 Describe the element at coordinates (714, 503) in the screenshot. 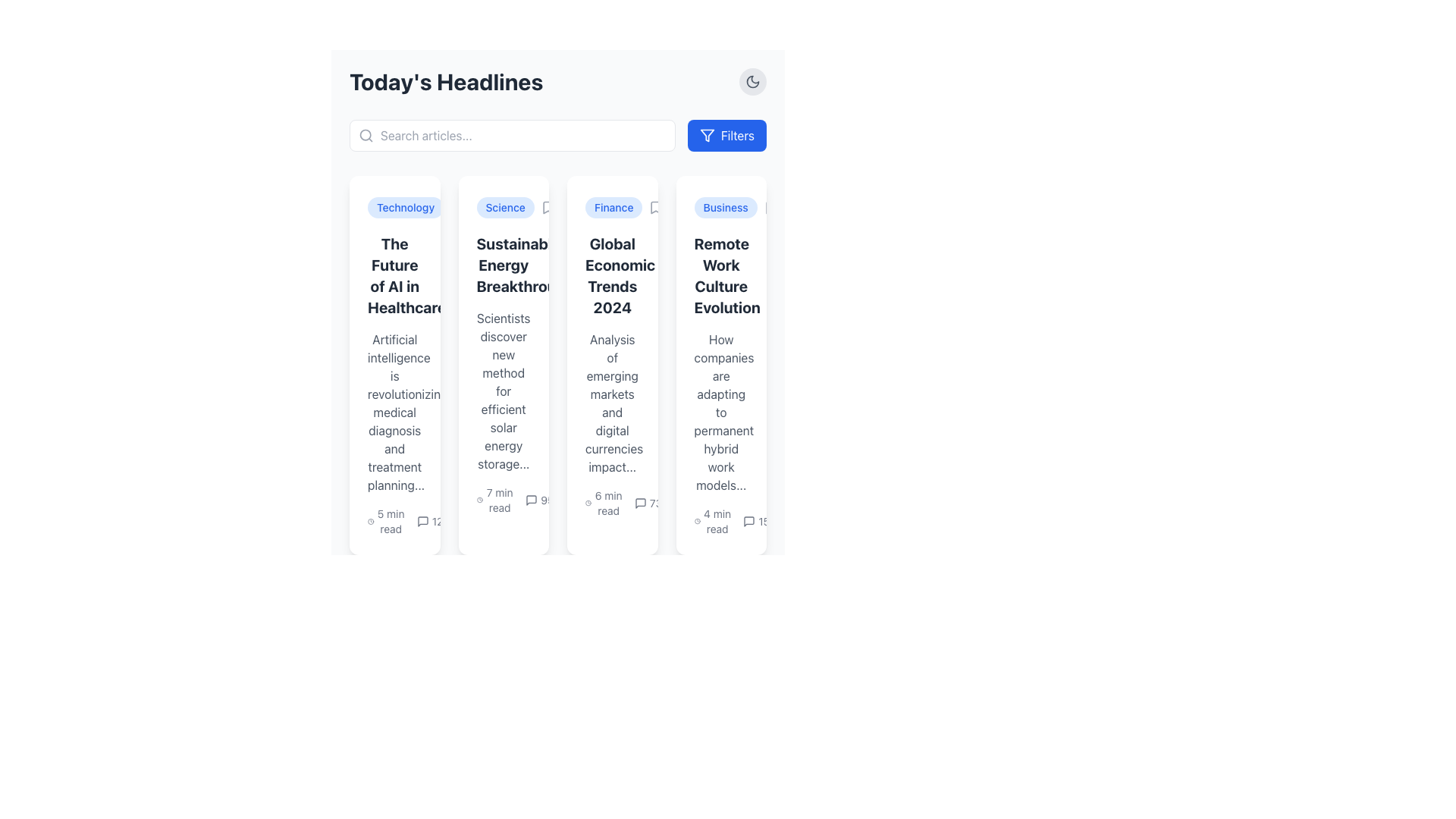

I see `the thumbs-up icon located under the headline 'Remote Work Culture Evolution' next to the numerical text '421'` at that location.